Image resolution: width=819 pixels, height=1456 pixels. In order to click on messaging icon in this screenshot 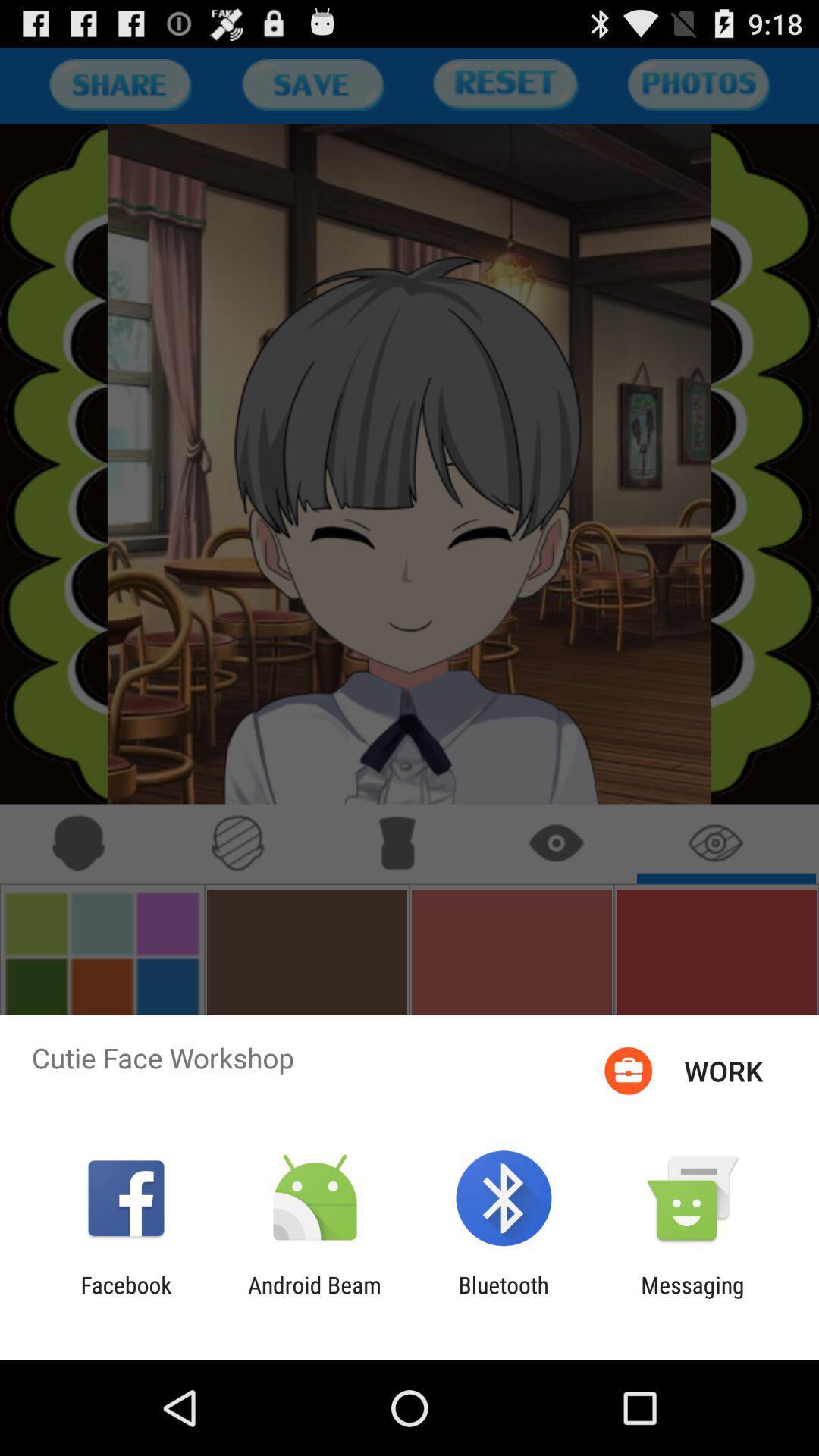, I will do `click(692, 1298)`.